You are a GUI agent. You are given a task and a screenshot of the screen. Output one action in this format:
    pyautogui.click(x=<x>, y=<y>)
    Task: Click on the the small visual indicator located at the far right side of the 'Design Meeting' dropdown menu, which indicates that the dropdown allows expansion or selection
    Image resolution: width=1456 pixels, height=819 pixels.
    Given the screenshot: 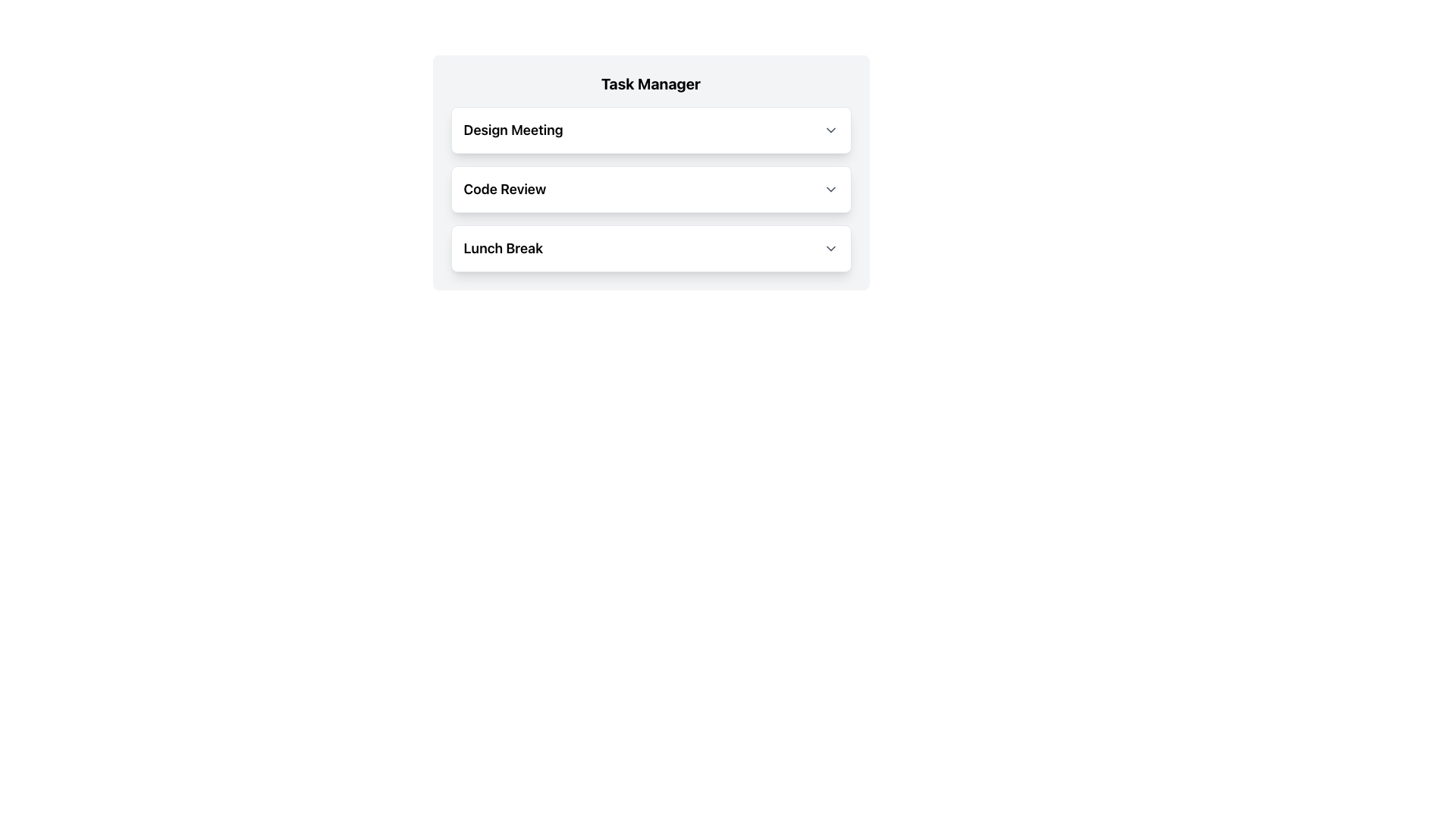 What is the action you would take?
    pyautogui.click(x=830, y=130)
    